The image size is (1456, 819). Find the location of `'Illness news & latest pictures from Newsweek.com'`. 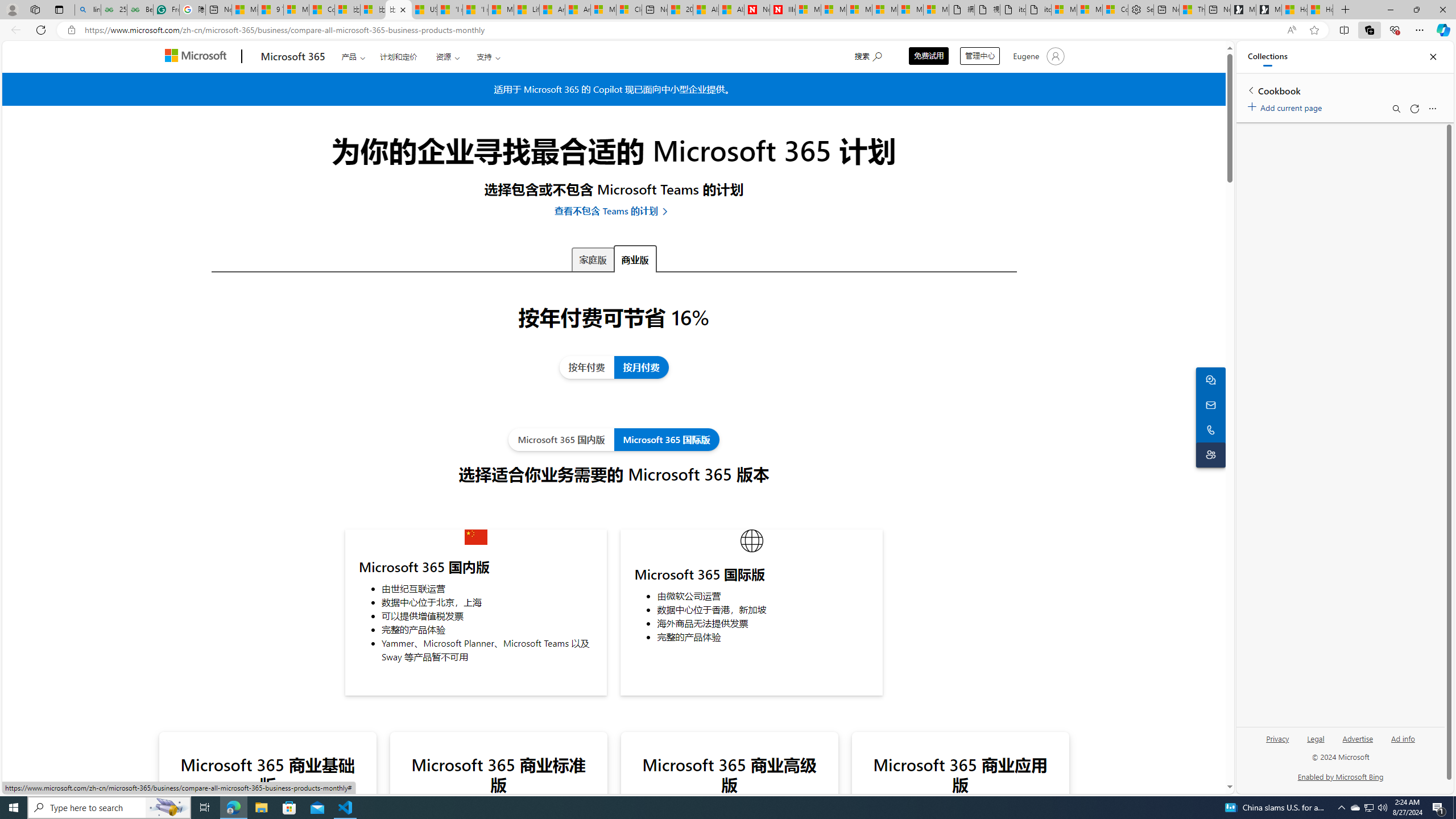

'Illness news & latest pictures from Newsweek.com' is located at coordinates (782, 9).